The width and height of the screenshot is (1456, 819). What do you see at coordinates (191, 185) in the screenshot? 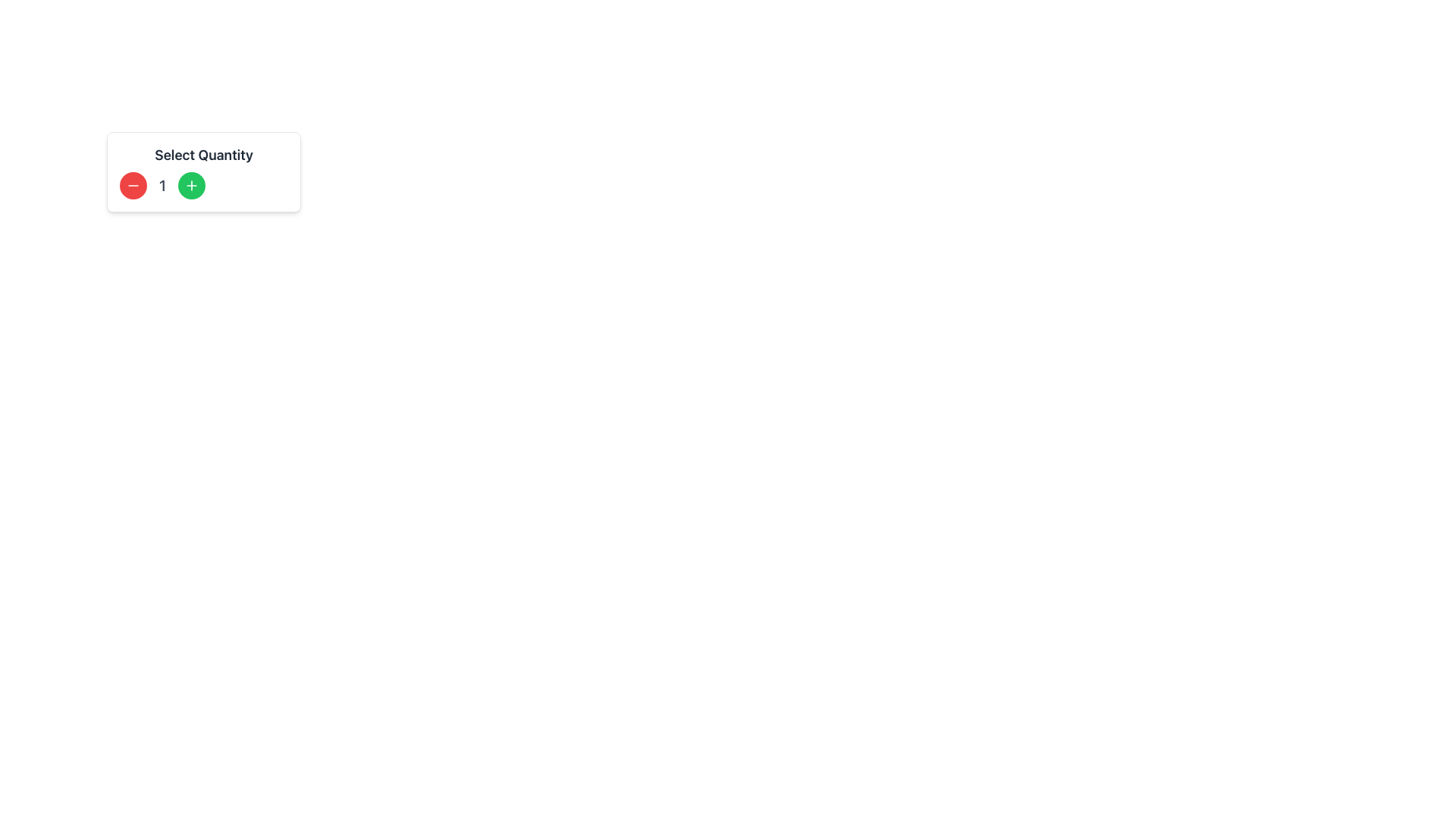
I see `the circular green button with a white plus icon located next to the number '1'` at bounding box center [191, 185].